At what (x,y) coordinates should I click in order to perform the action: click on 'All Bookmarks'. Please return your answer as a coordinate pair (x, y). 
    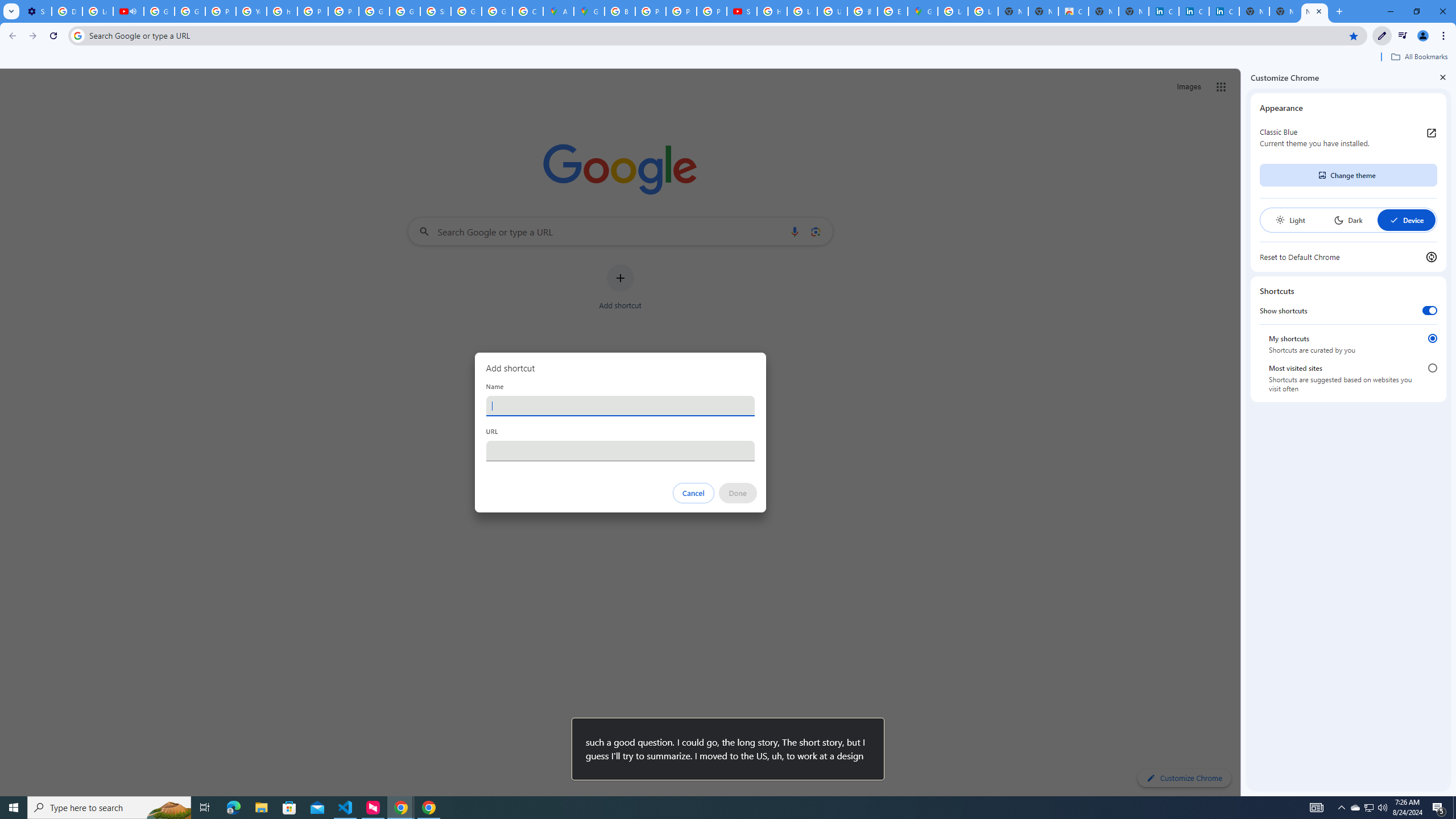
    Looking at the image, I should click on (1418, 56).